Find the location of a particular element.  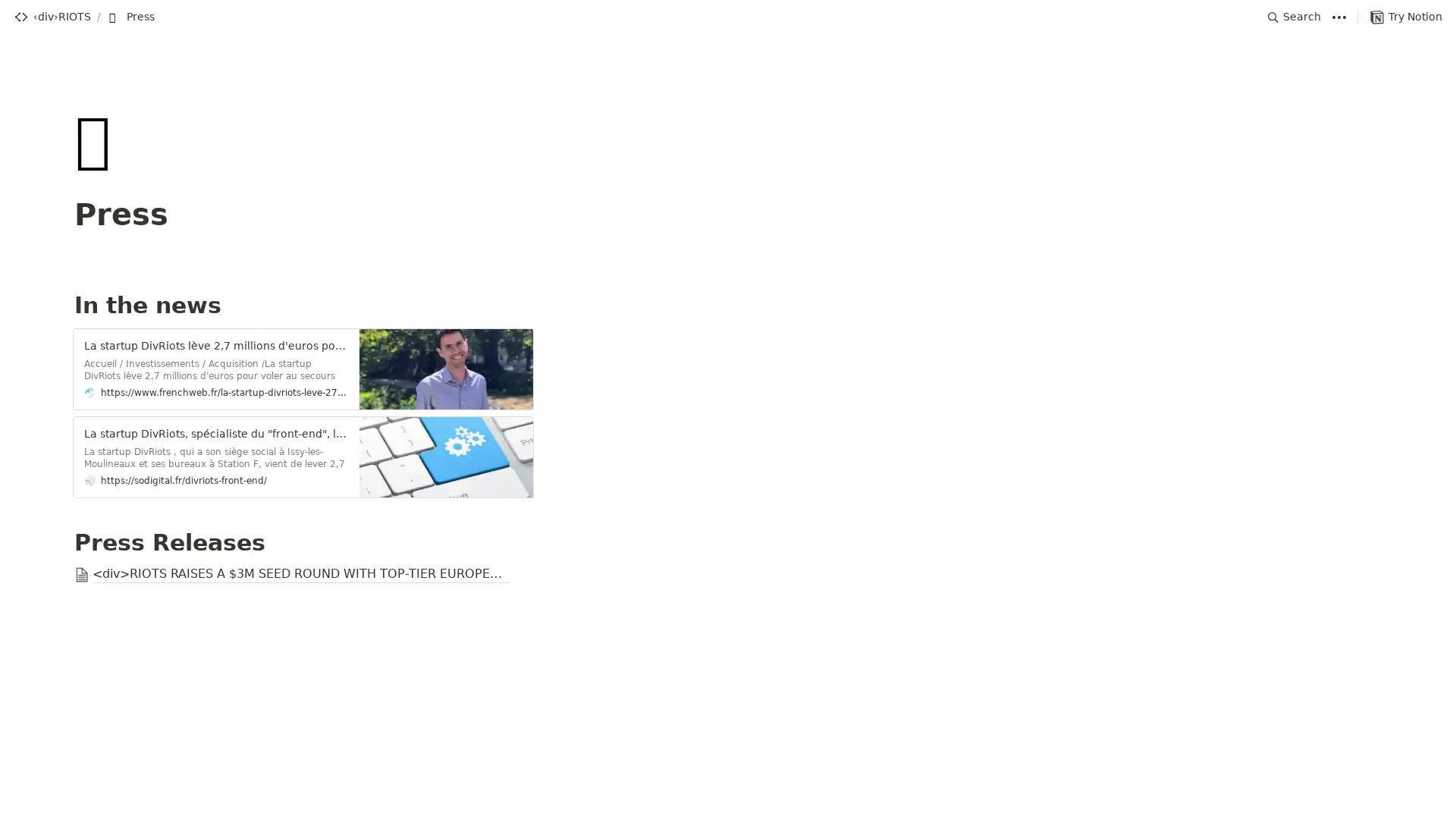

La startup DivRiots leve 2,7 millions d'euros pour voler au secours des developpeurs front-end - FrenchWeb.fr Accueil / Investissements / Acquisition /La startup DivRiots leve 2,7 millions d'euros pour voler au secours des developpeurs front-end Avec notre partenaire Junto, specialiste de la performance media, decouvrez l'actualite des levees de fonds Dans le monde du developpement web, la communaute se divise en deux camps : le back-end et le front-end. https://www.frenchweb.fr/la-startup-divriots-leve-27-millions-deuros-pour-voler-au-secours-des-developpeurs-front-end/423261?utm_source=feedburner&utm_medium=feed&utm_campaign=Feed%3A+frenchweb+%28FrenchWeb.fr%29 is located at coordinates (728, 369).